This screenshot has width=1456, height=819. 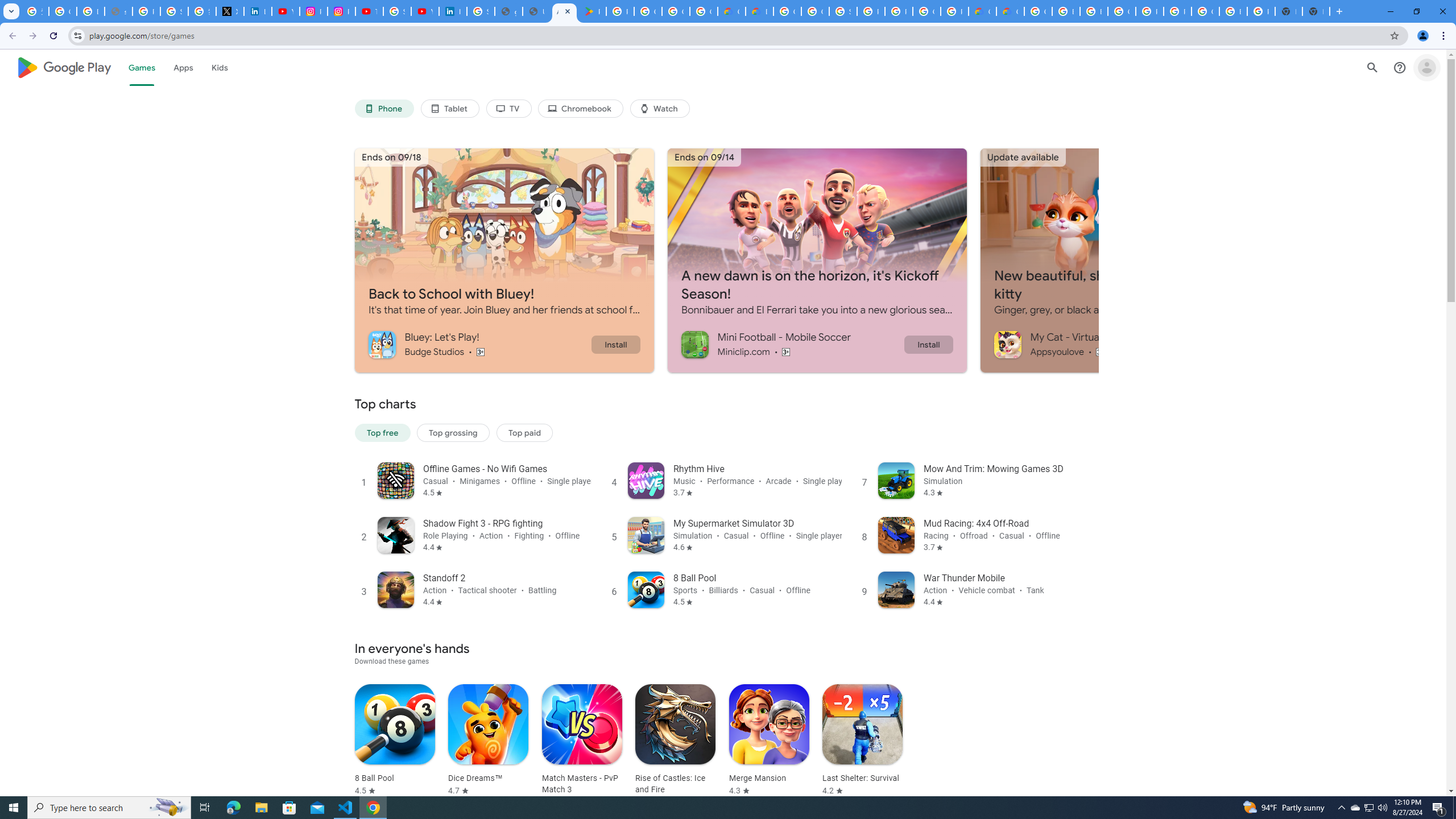 I want to click on 'Browse Chrome as a guest - Computer - Google Chrome Help', so click(x=1065, y=11).